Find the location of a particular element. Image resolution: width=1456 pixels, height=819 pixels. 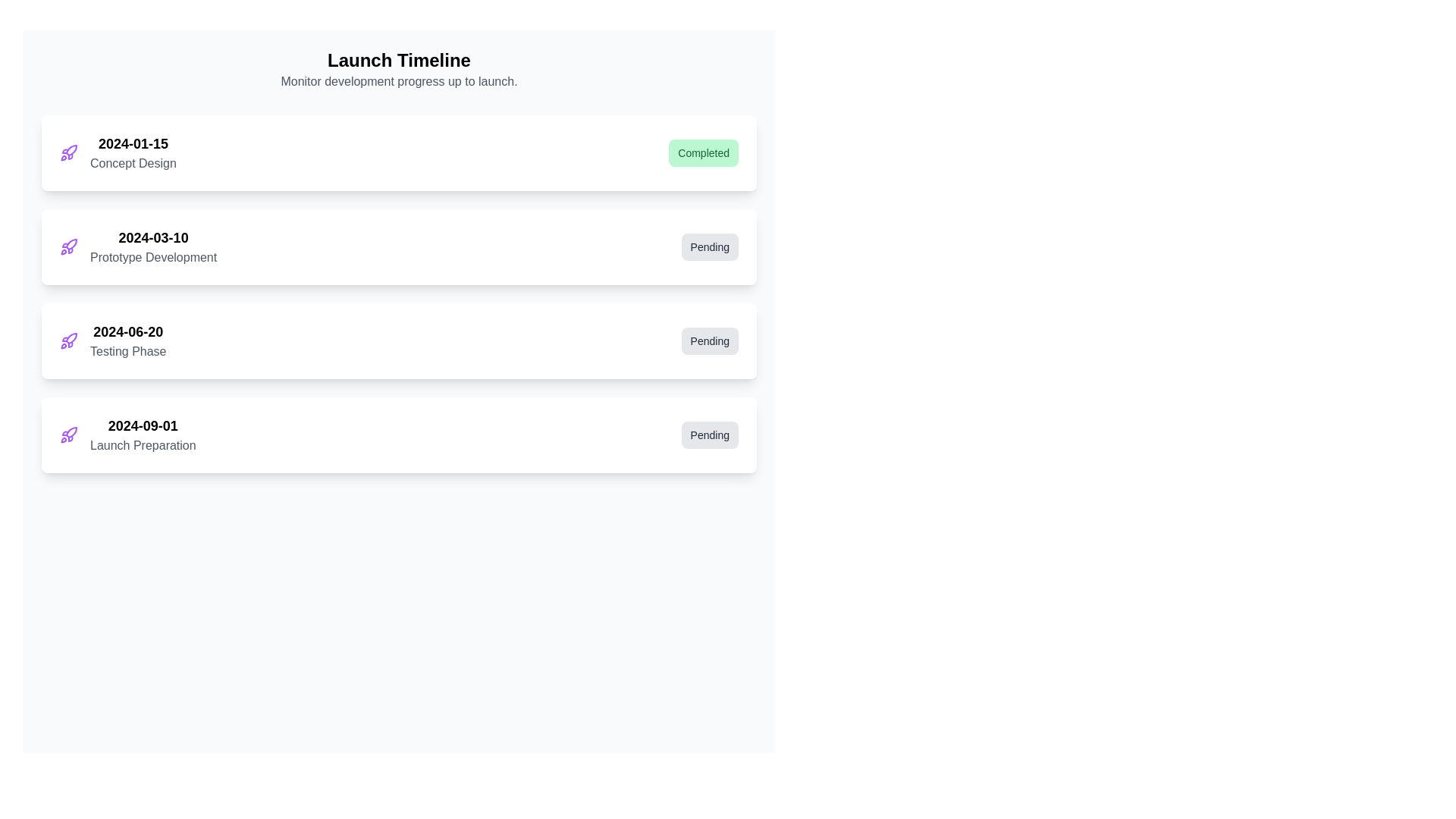

the date label for the 'Launch Preparation' event, located at the top of the fourth item in the vertical timeline list is located at coordinates (143, 426).